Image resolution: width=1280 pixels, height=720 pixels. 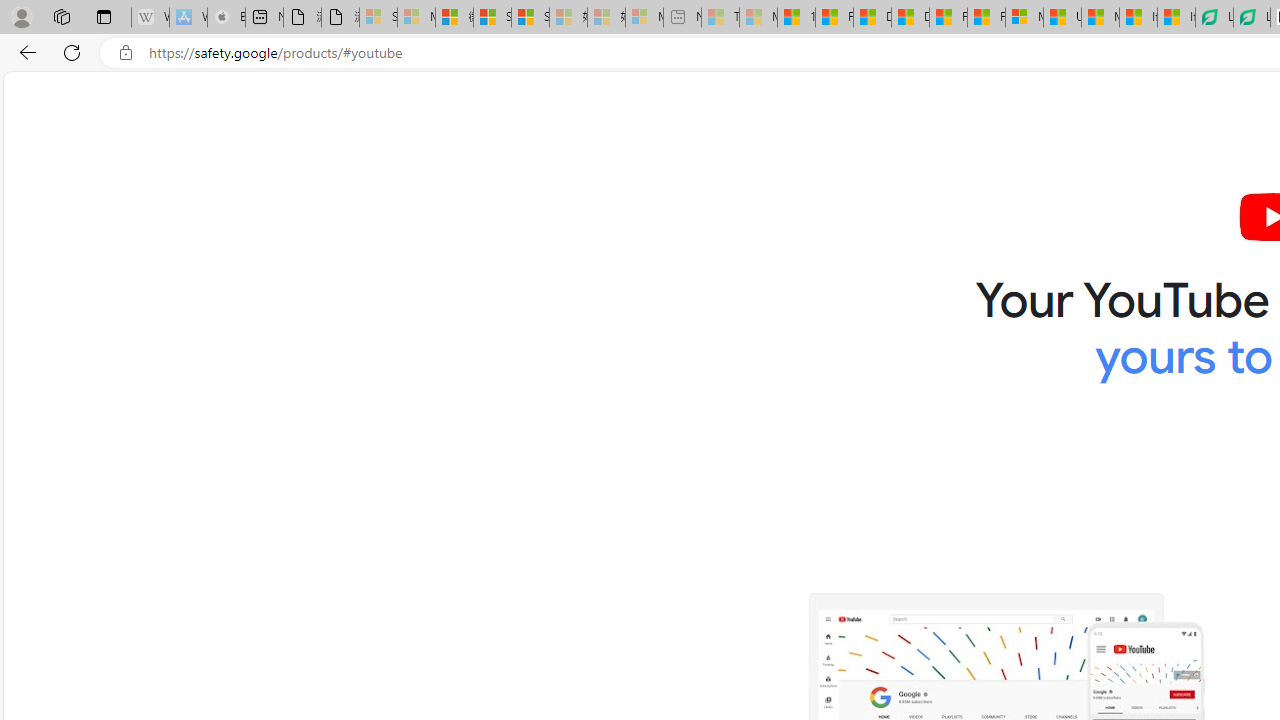 I want to click on 'US Heat Deaths Soared To Record High Last Year', so click(x=1062, y=17).